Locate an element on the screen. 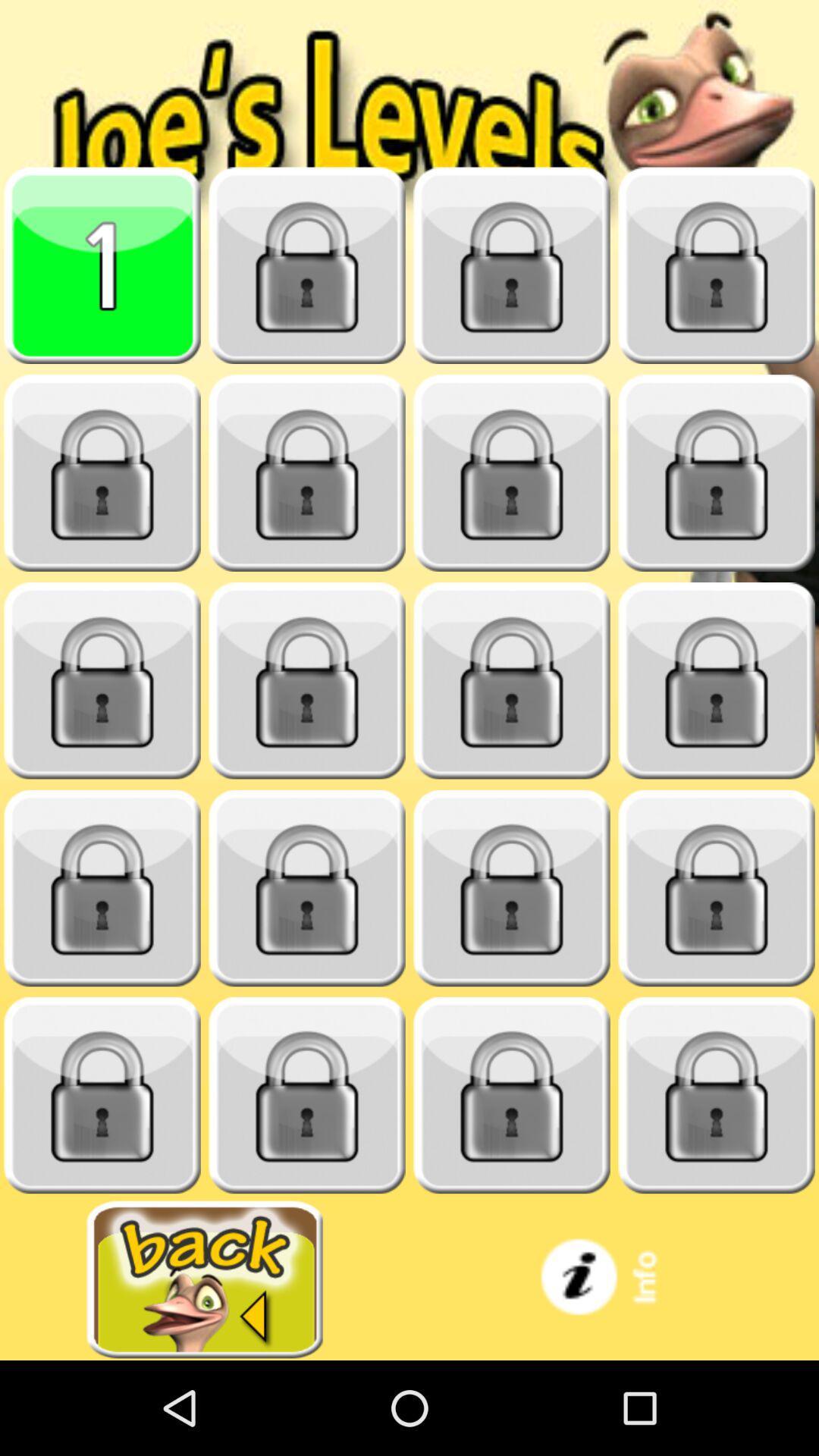 The height and width of the screenshot is (1456, 819). locked item is located at coordinates (512, 472).